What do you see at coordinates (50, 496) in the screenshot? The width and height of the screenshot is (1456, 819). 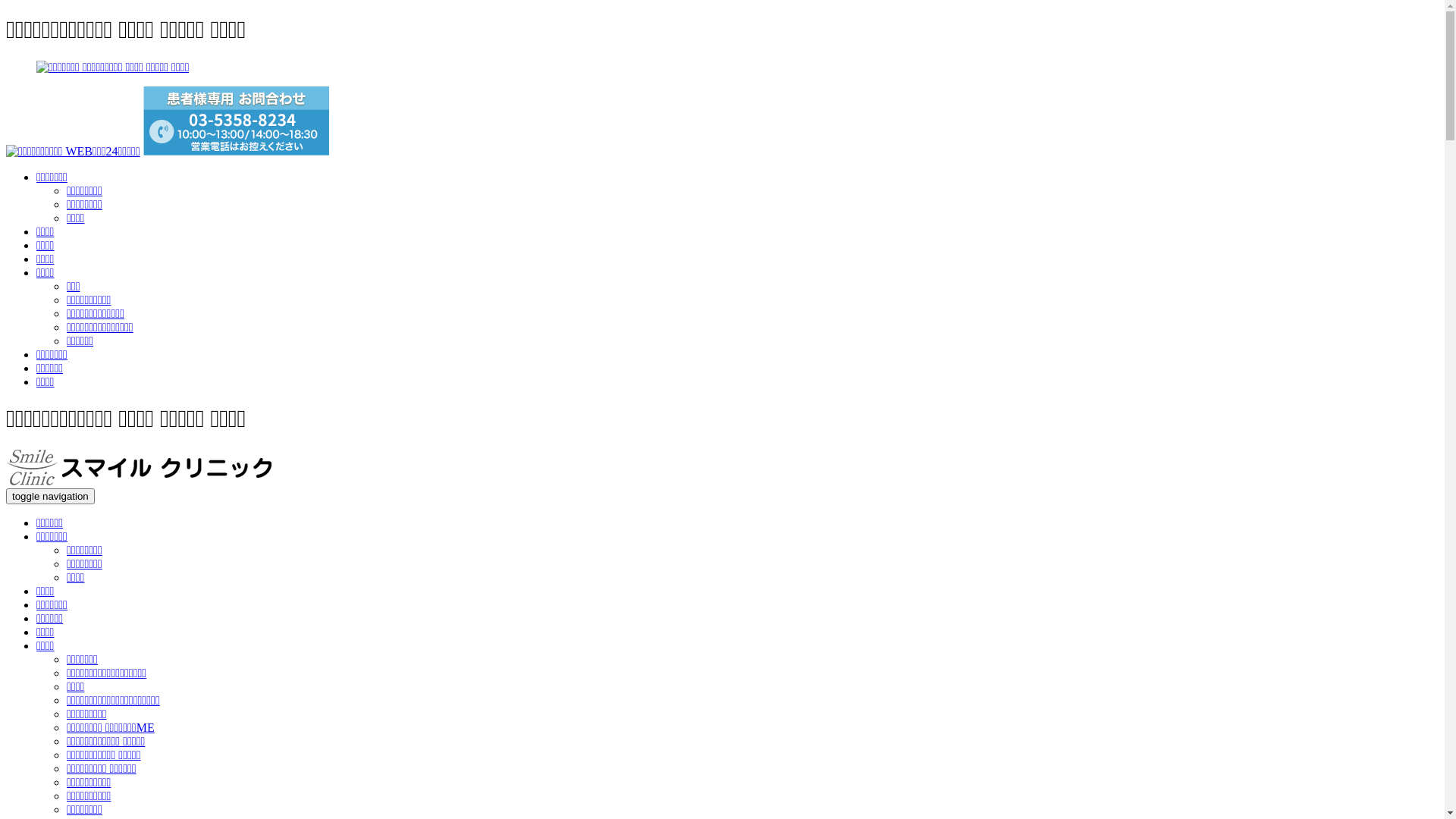 I see `'toggle navigation'` at bounding box center [50, 496].